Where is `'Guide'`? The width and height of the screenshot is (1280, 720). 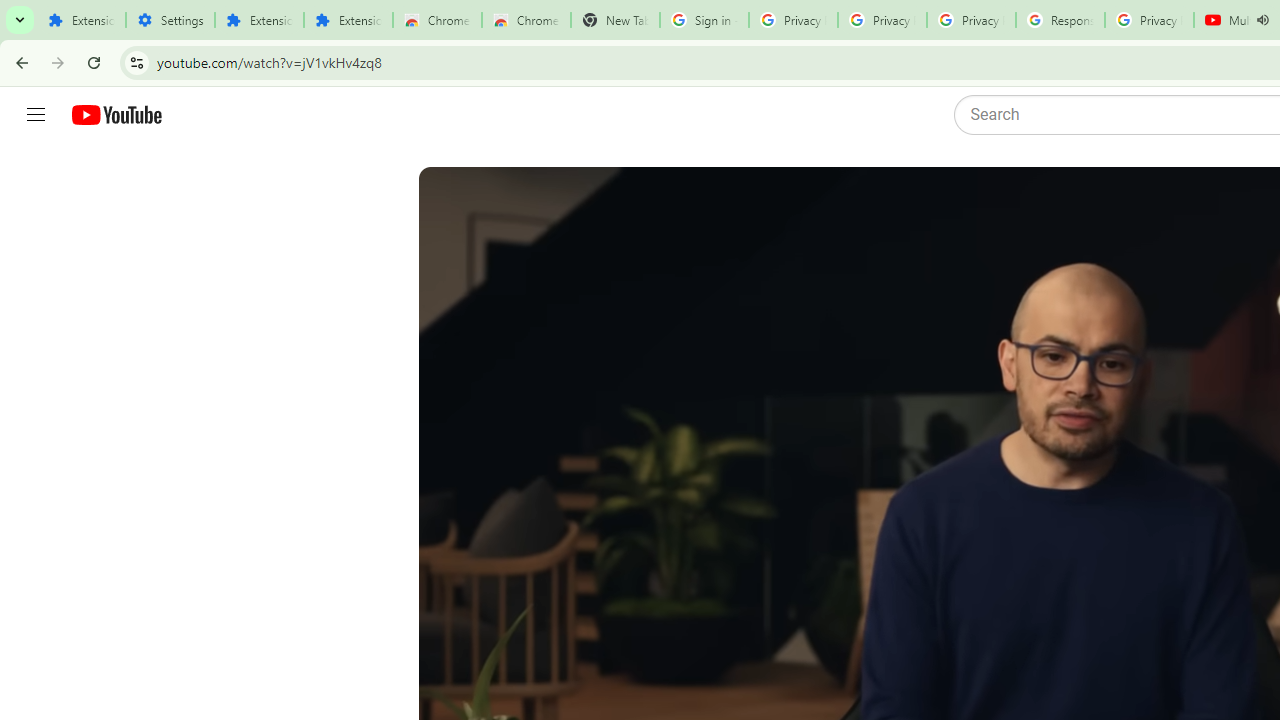
'Guide' is located at coordinates (35, 115).